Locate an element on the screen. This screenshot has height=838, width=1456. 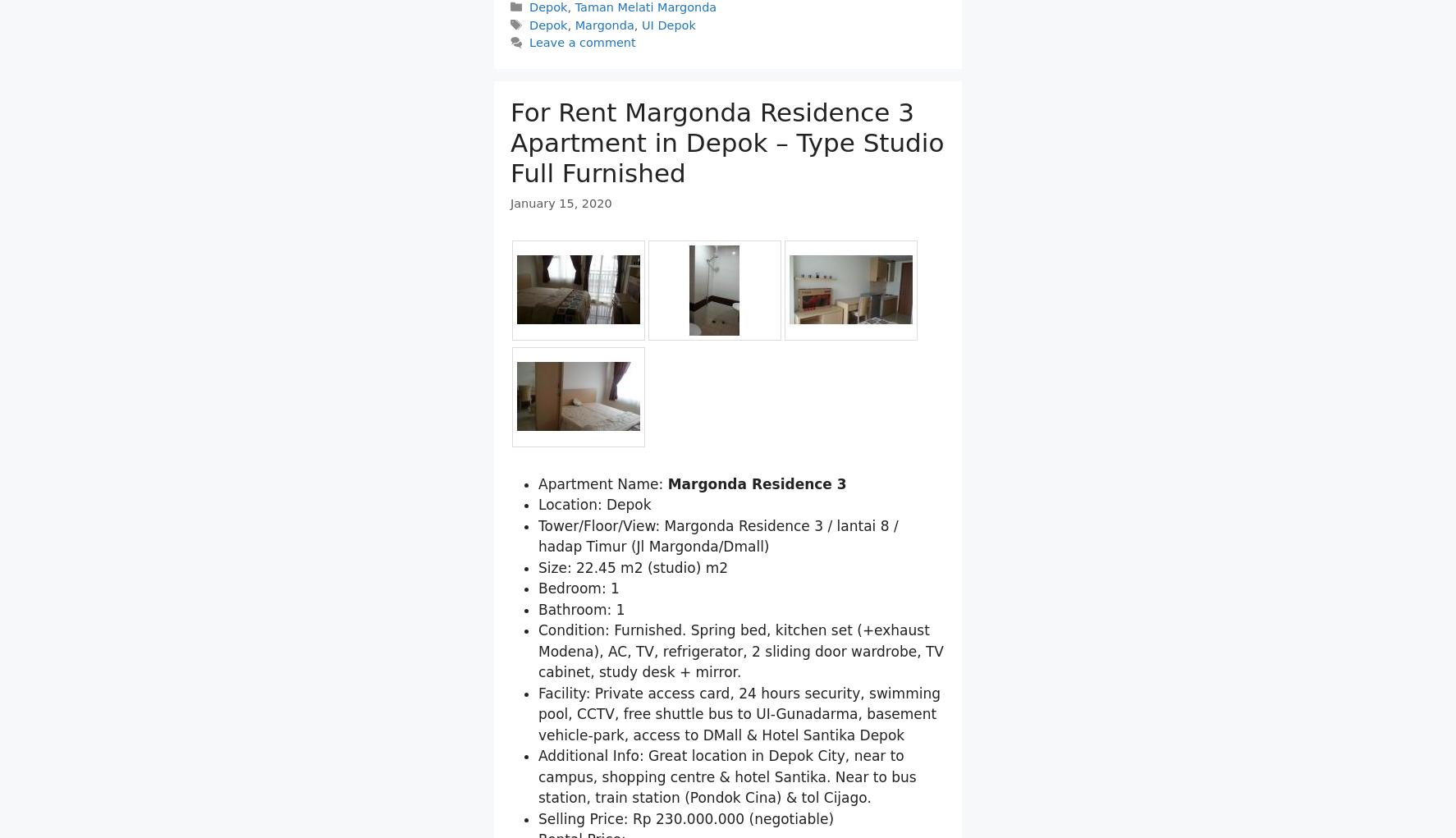
'UI Depok' is located at coordinates (668, 109).